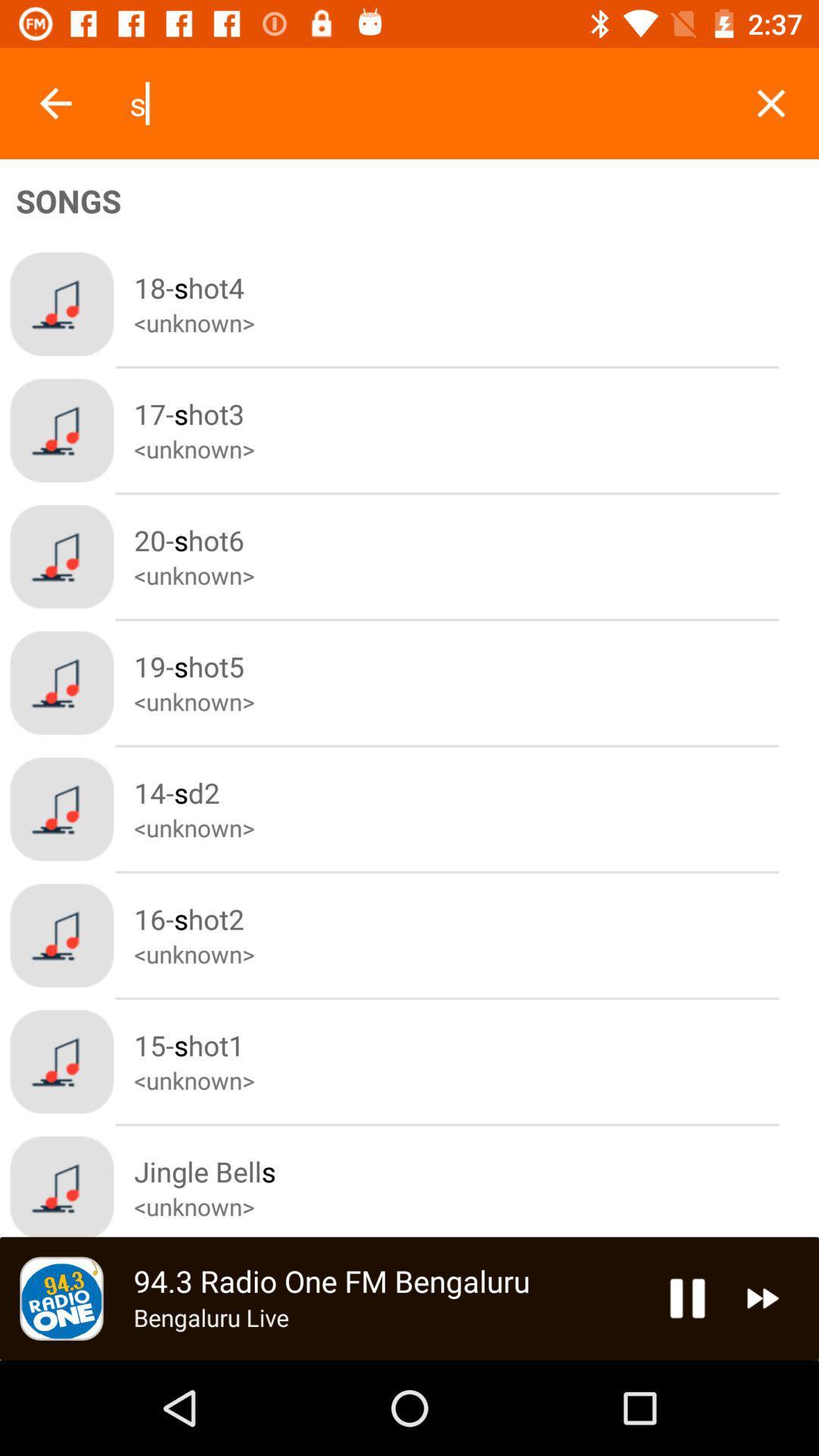  What do you see at coordinates (771, 102) in the screenshot?
I see `search` at bounding box center [771, 102].